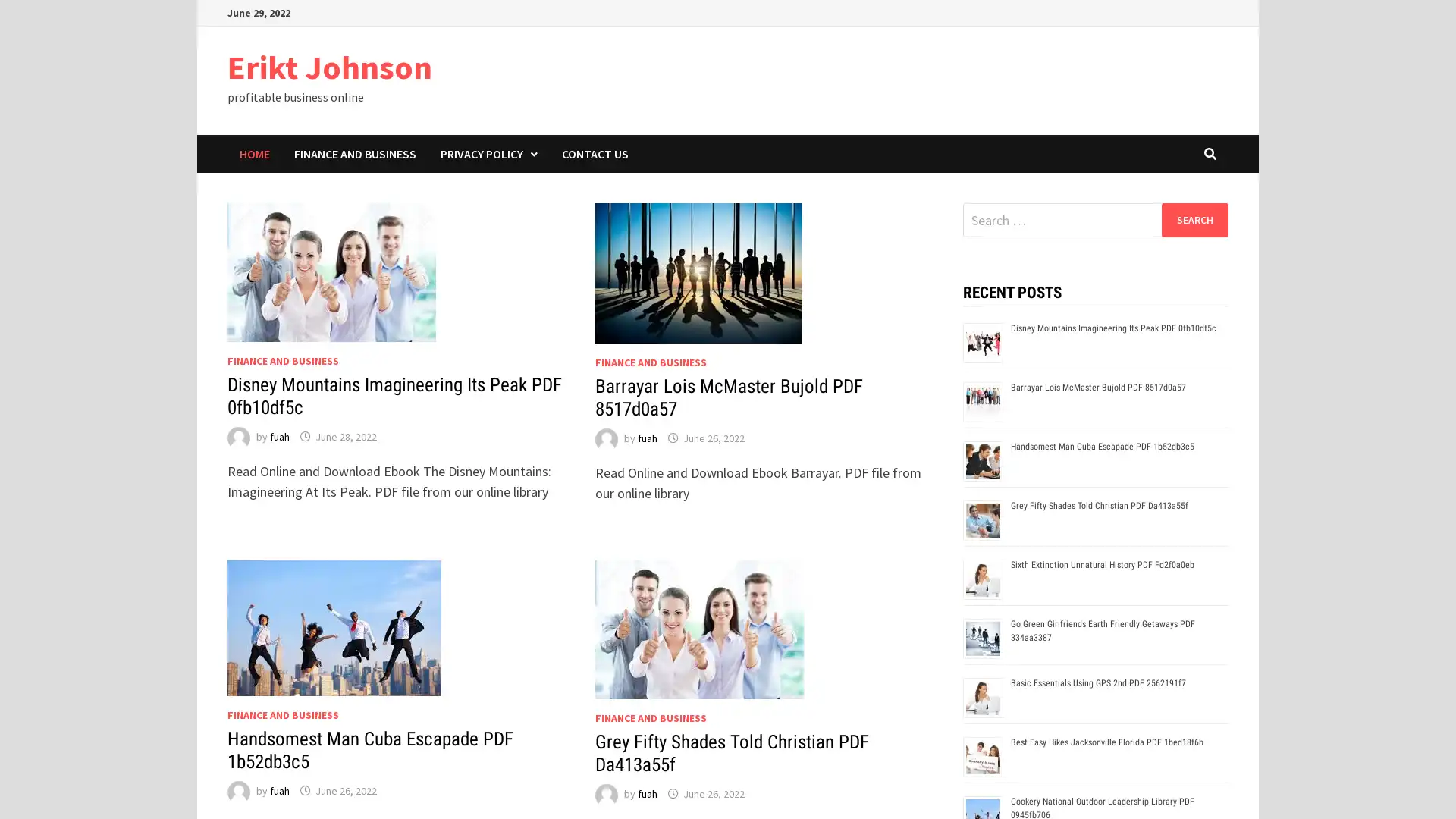 The image size is (1456, 819). What do you see at coordinates (1194, 219) in the screenshot?
I see `Search` at bounding box center [1194, 219].